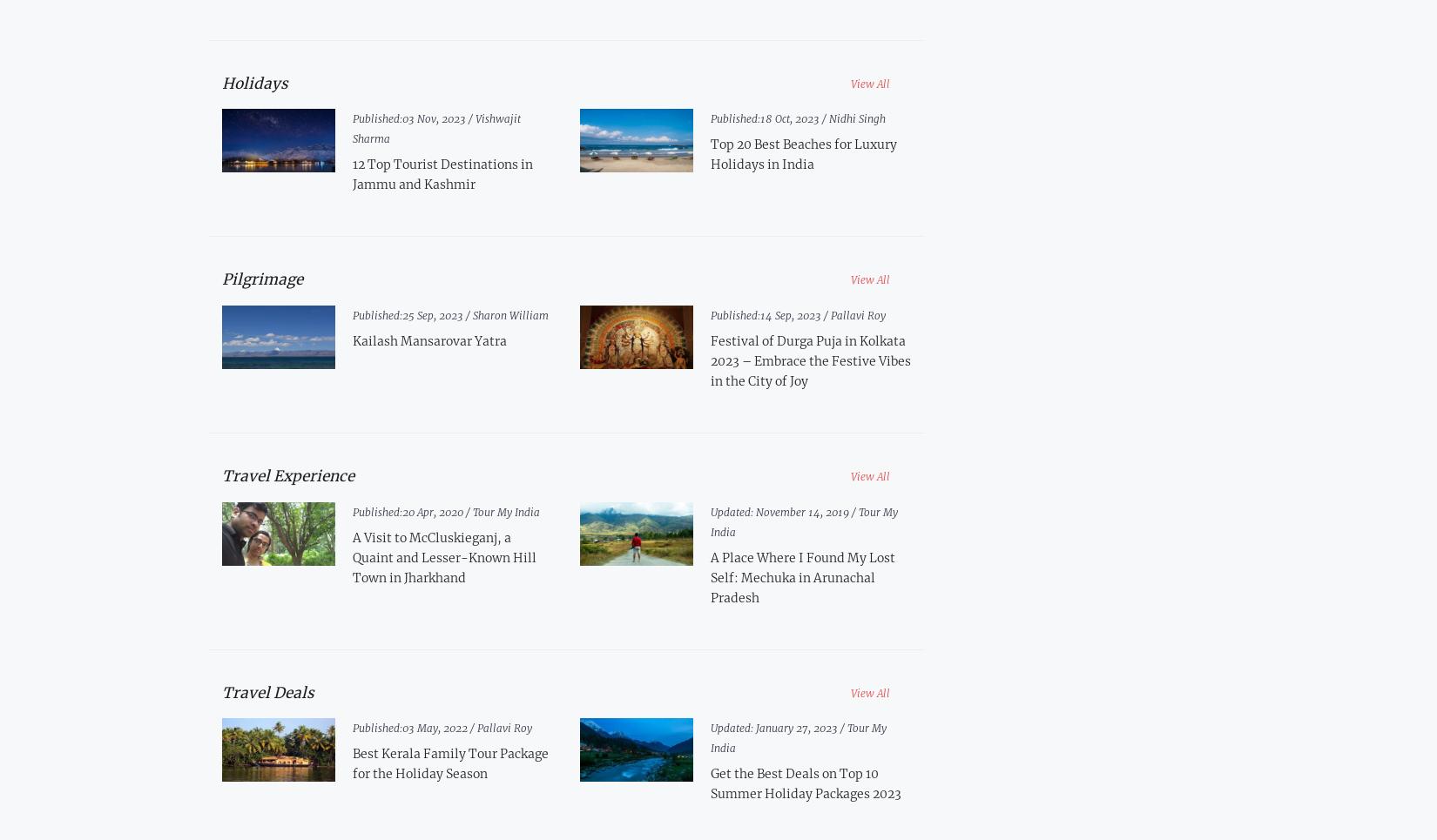 The image size is (1437, 840). What do you see at coordinates (794, 118) in the screenshot?
I see `'18 Oct, 2023 /'` at bounding box center [794, 118].